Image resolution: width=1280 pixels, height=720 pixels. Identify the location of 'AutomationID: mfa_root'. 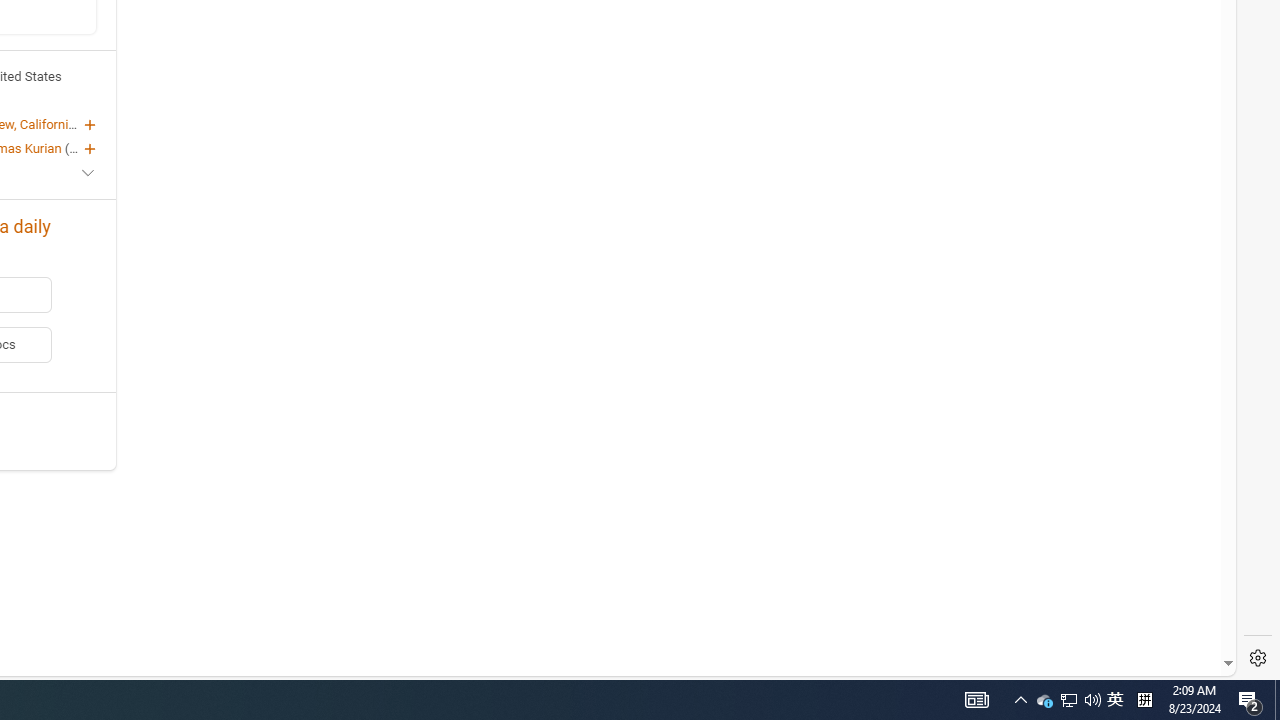
(1153, 602).